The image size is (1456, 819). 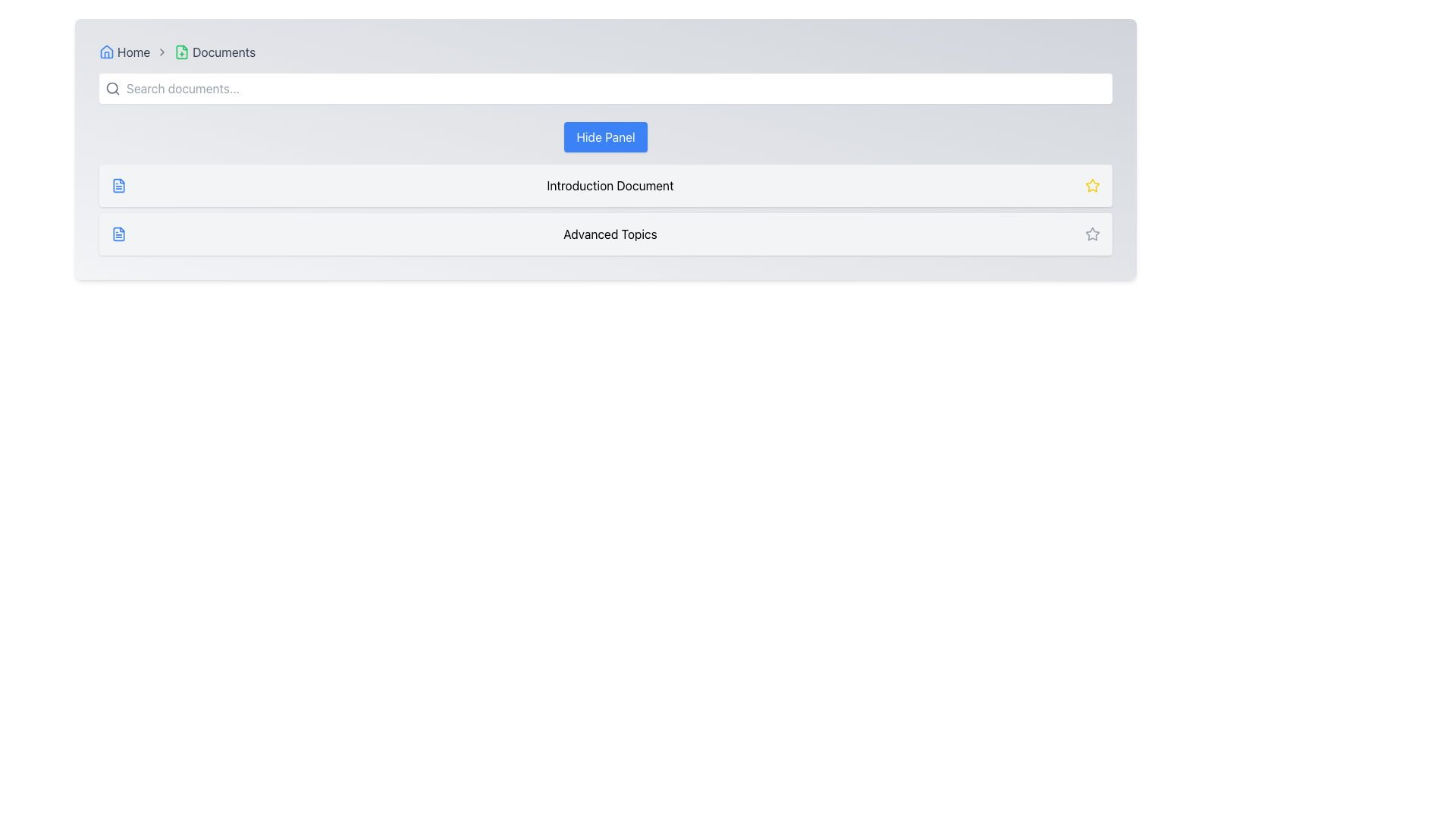 I want to click on the star-shaped icon at the rightmost section of the 'Introduction Document' row to favorite or unfavorite the document, so click(x=1092, y=185).